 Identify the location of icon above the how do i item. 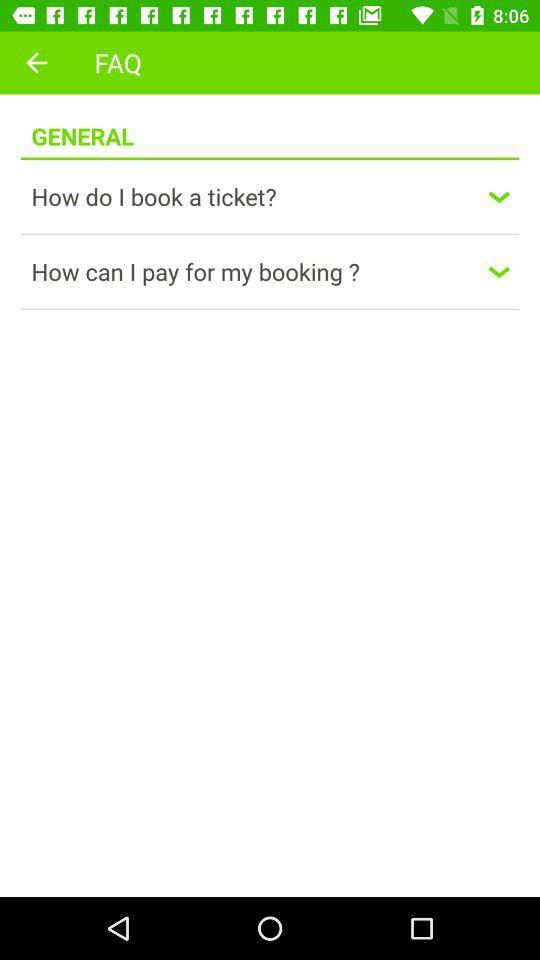
(270, 157).